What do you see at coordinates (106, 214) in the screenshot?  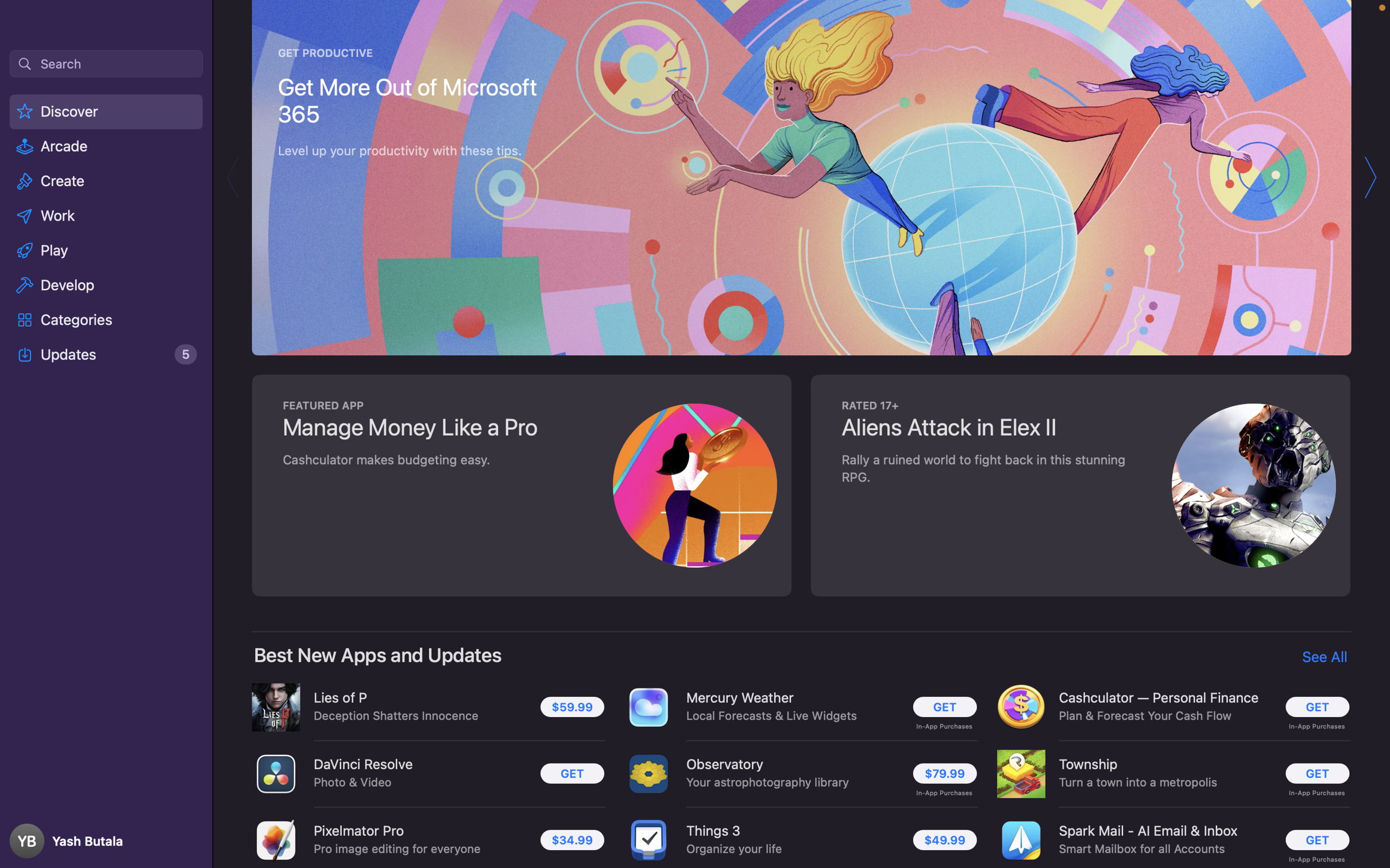 I see `the applications under work category for Mac` at bounding box center [106, 214].